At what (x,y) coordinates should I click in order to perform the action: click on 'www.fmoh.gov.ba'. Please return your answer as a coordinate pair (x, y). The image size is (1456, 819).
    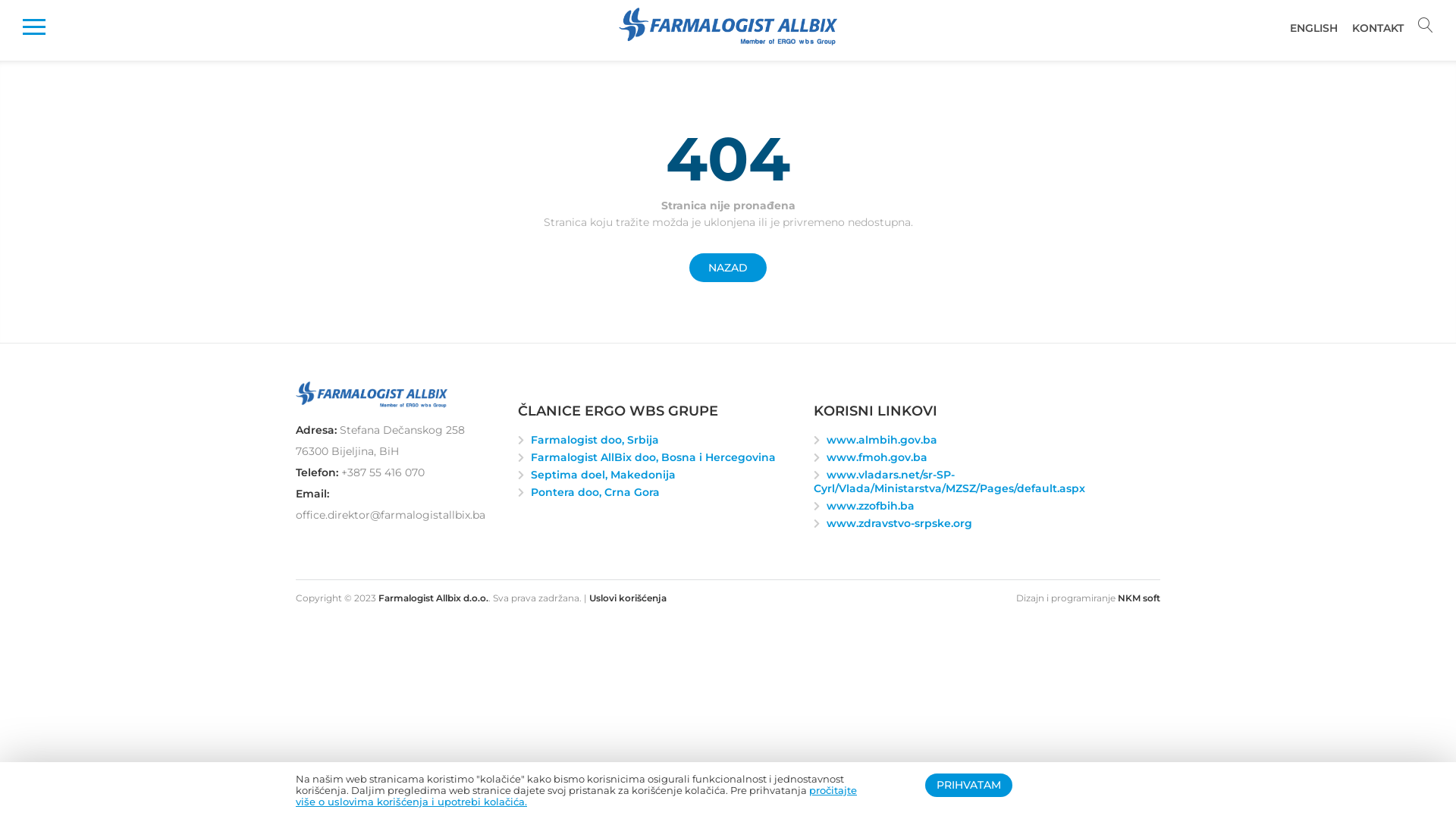
    Looking at the image, I should click on (825, 456).